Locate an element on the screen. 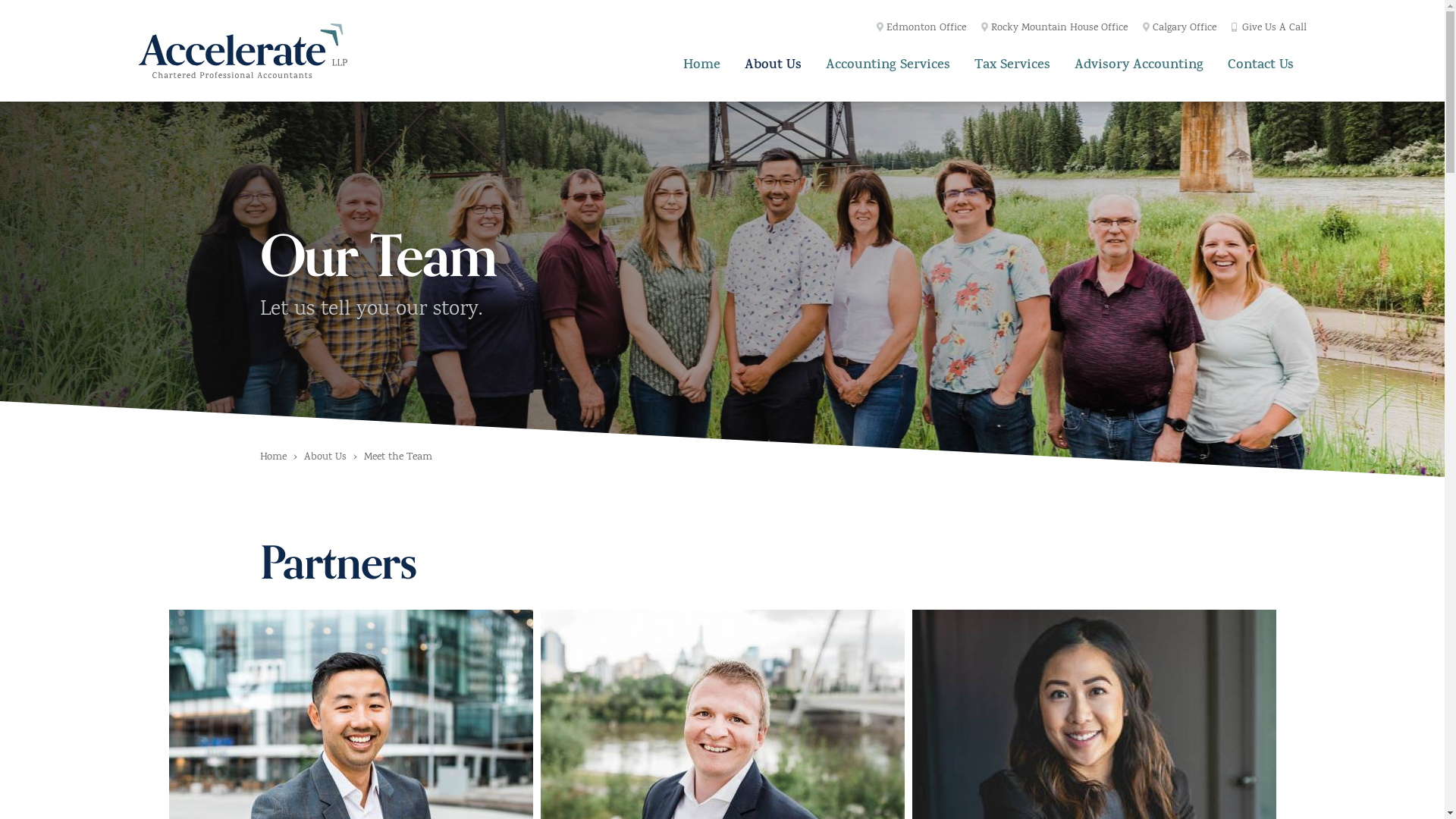 This screenshot has width=1456, height=819. 'Rocky Mountain House Office' is located at coordinates (1053, 29).